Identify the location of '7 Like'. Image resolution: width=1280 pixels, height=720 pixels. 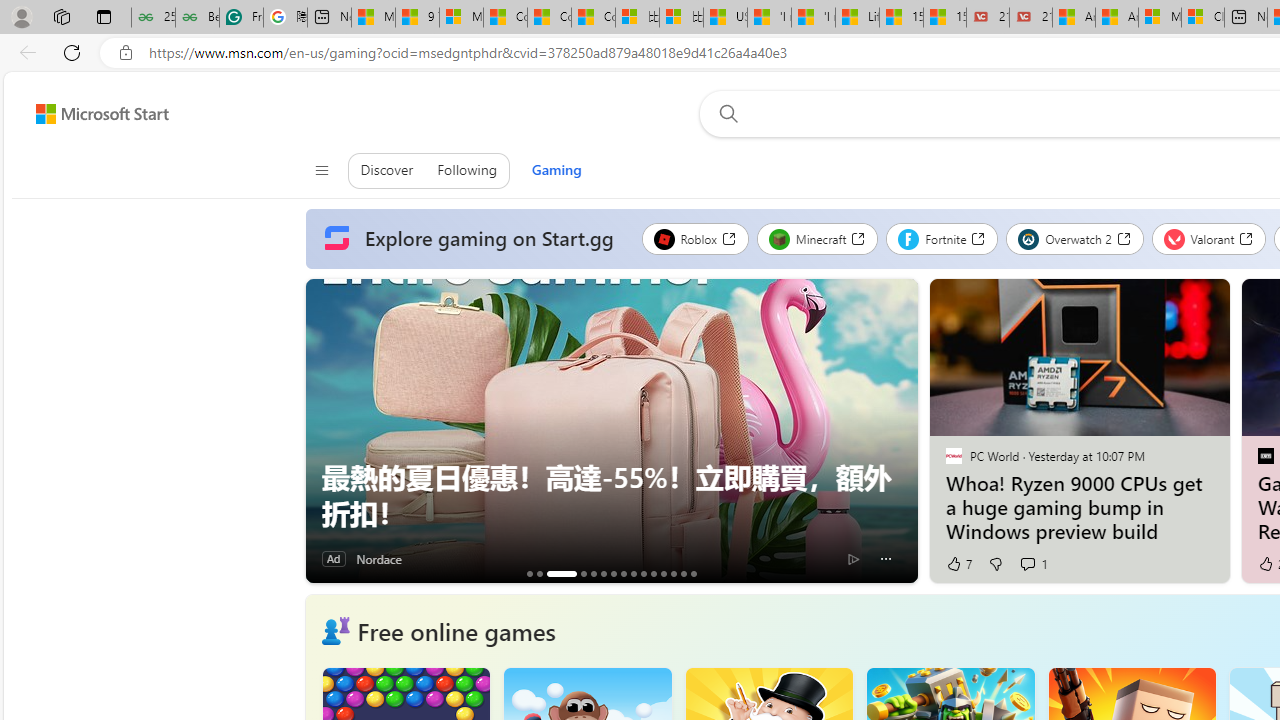
(957, 564).